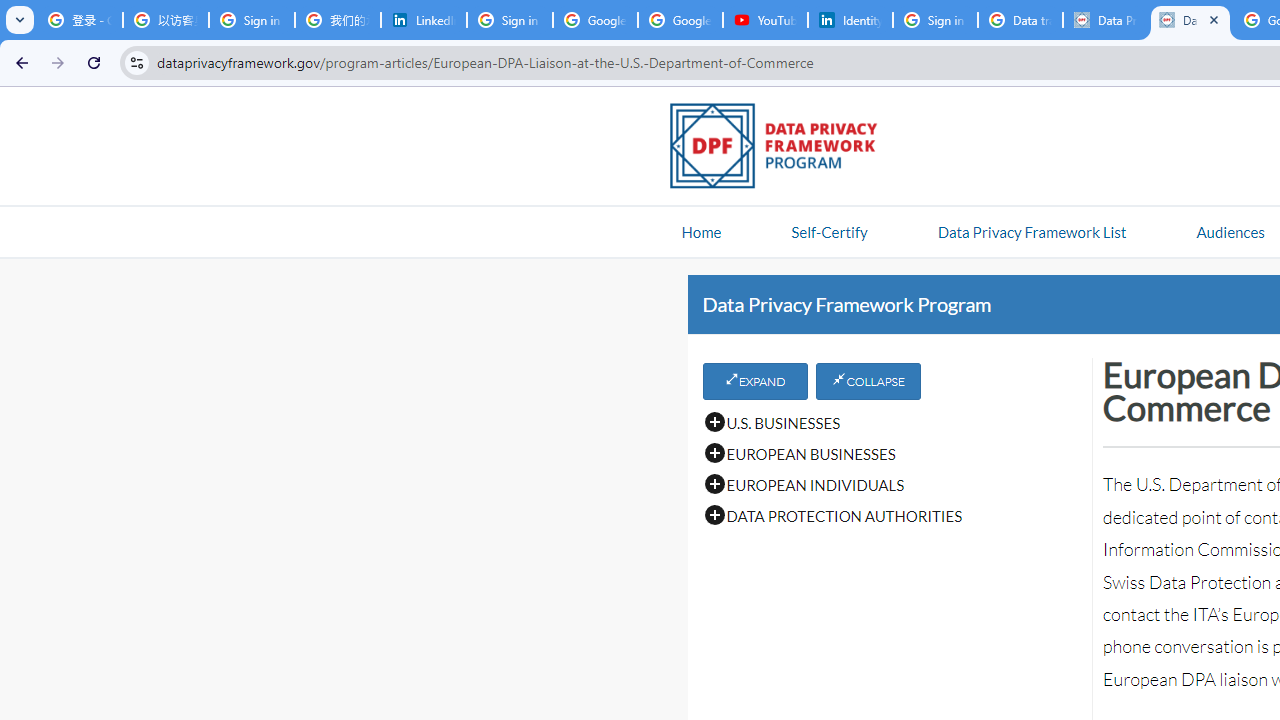 The width and height of the screenshot is (1280, 720). I want to click on 'Audiences', so click(1229, 230).